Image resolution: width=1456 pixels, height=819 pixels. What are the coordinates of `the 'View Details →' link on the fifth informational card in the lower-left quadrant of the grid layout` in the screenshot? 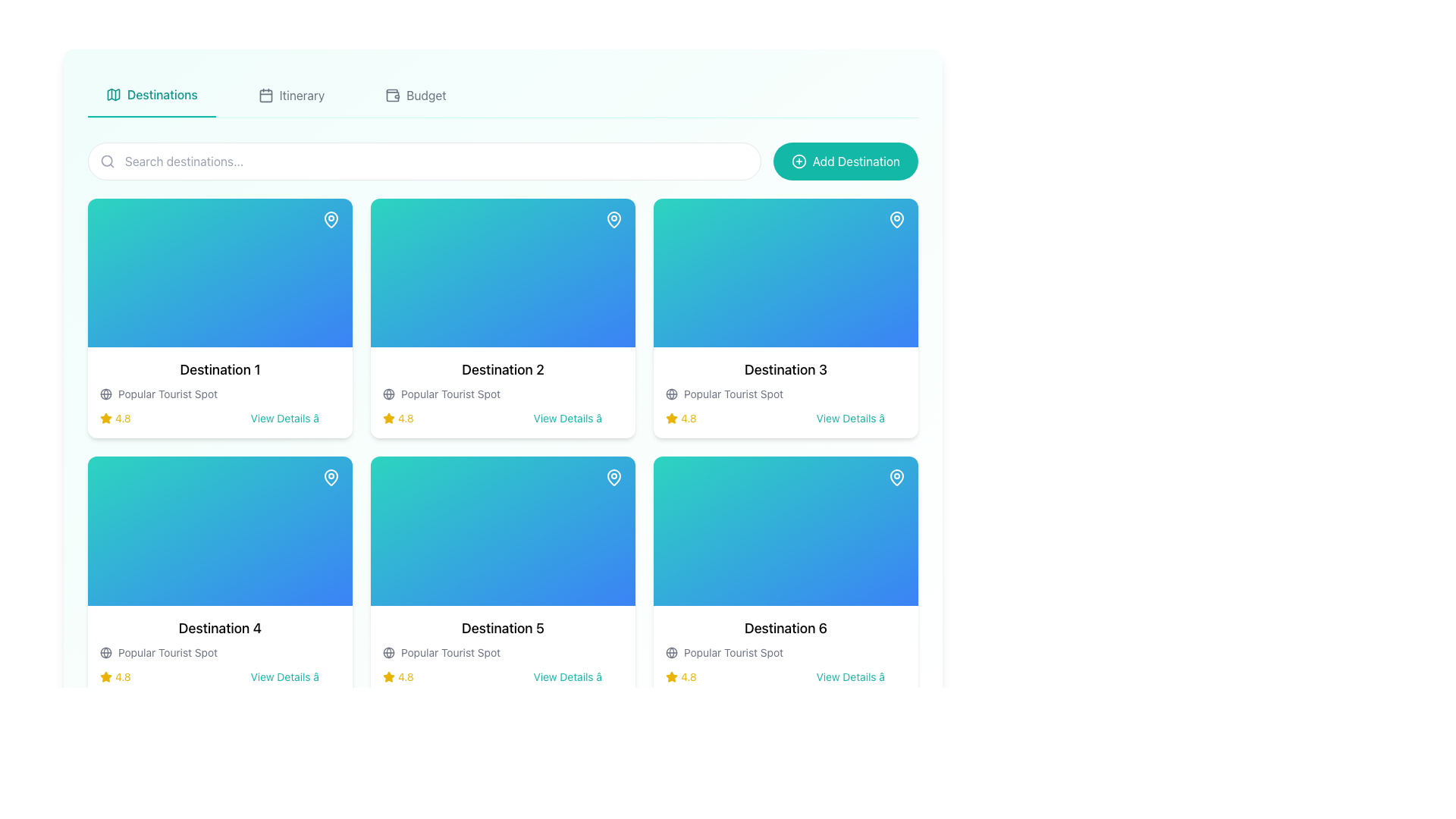 It's located at (503, 650).